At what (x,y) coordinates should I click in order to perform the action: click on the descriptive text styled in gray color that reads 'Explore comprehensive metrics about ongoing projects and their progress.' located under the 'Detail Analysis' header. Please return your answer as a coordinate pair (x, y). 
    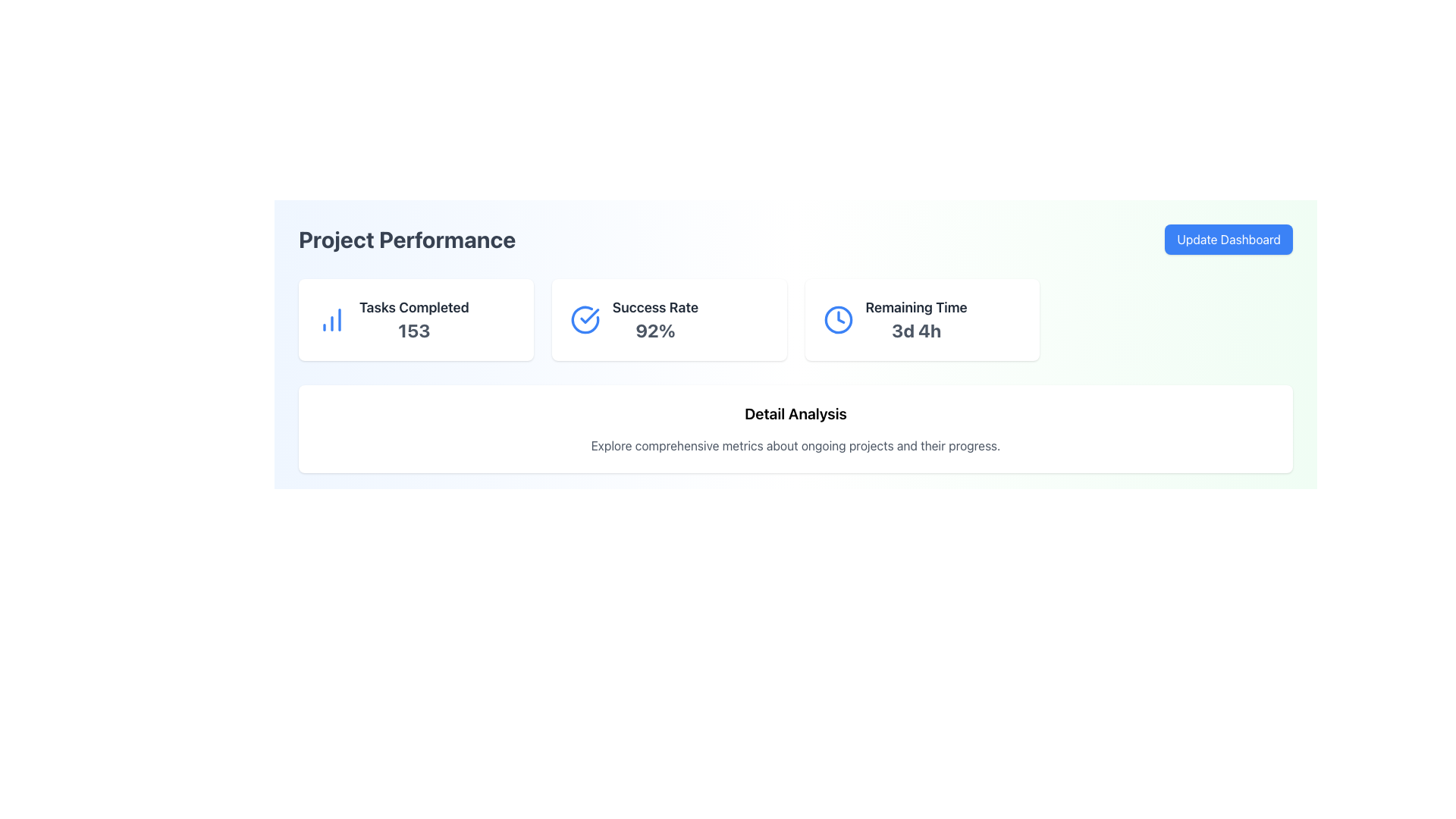
    Looking at the image, I should click on (795, 444).